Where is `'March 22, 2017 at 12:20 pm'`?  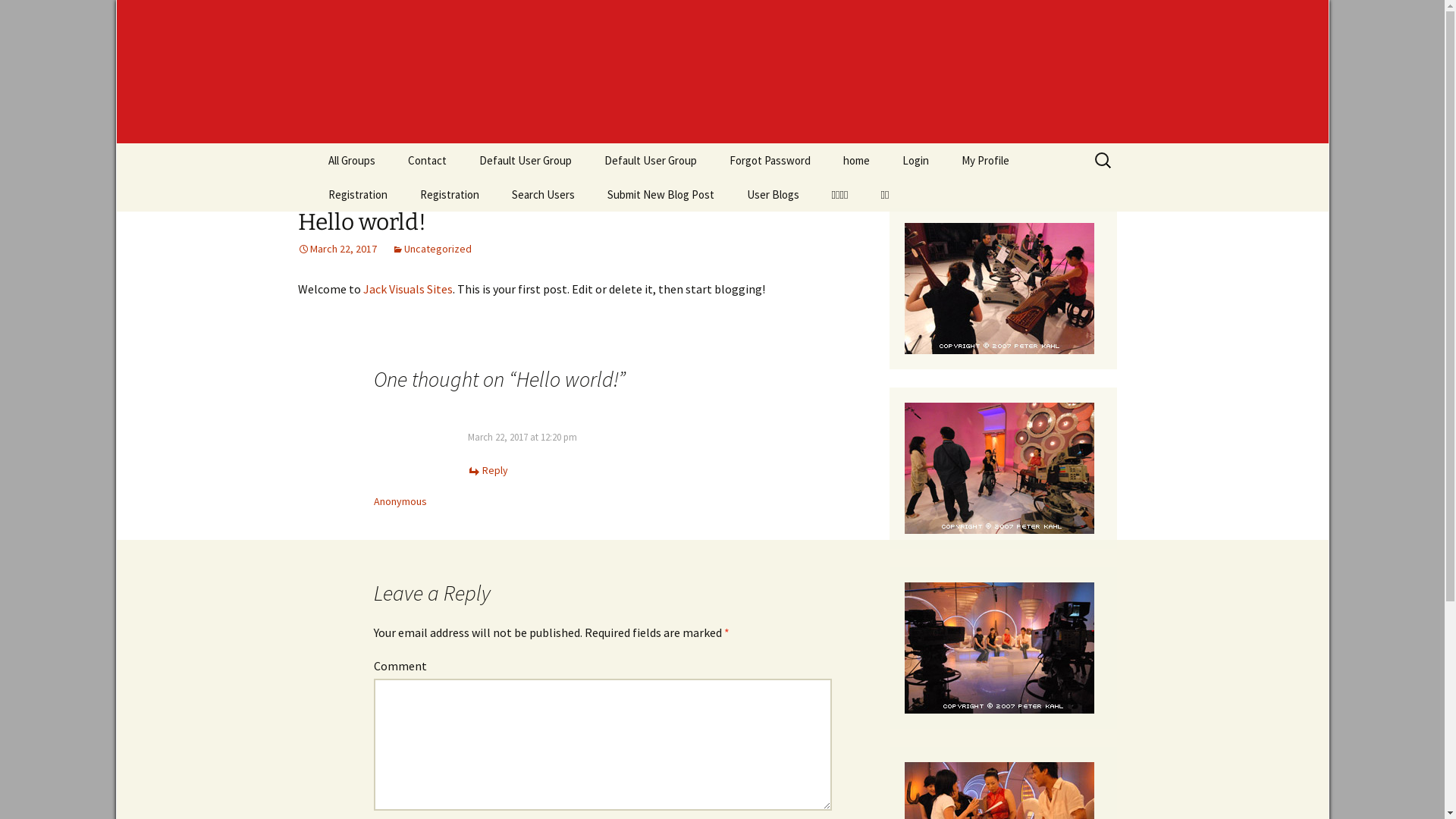
'March 22, 2017 at 12:20 pm' is located at coordinates (521, 437).